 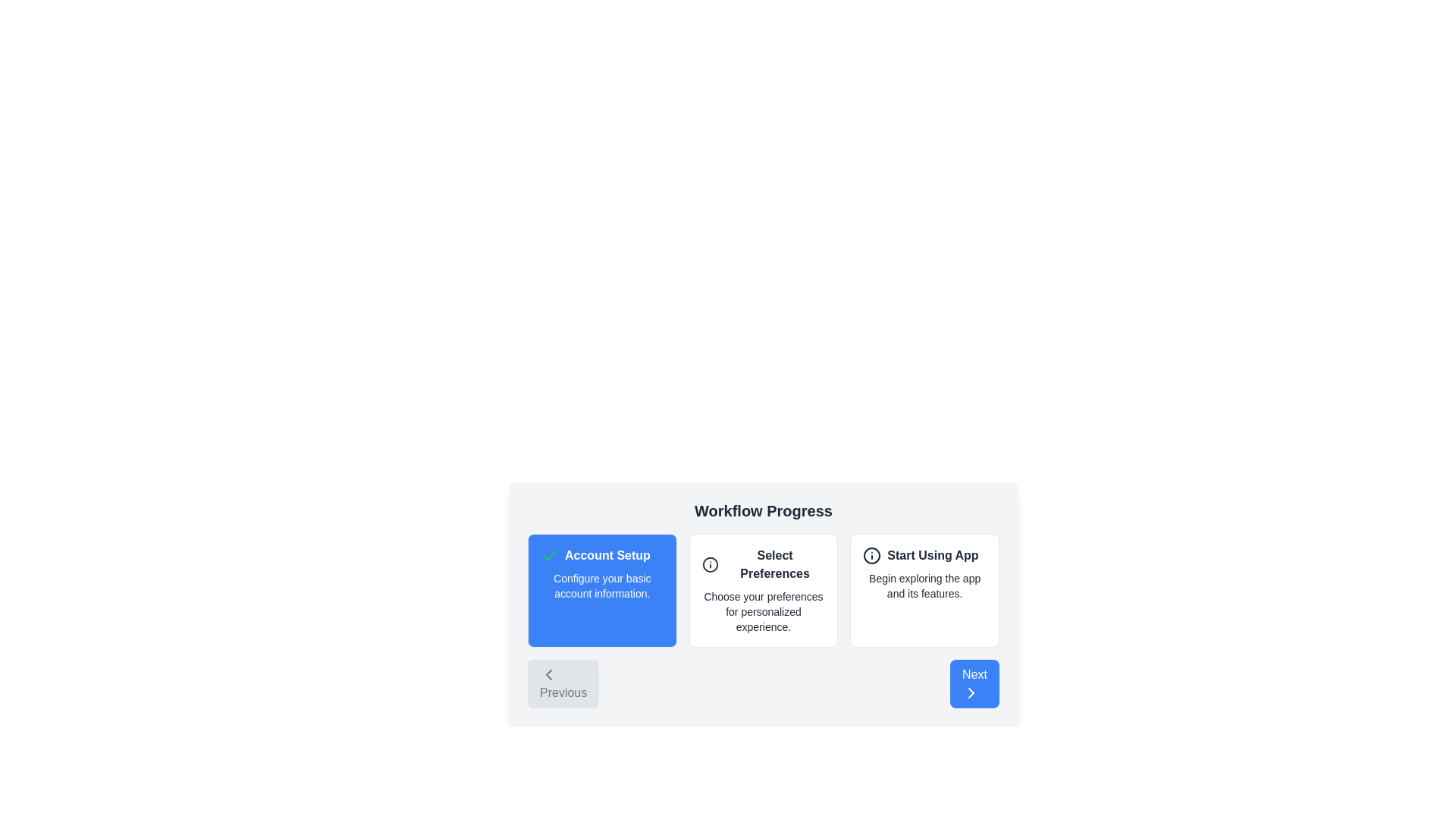 I want to click on the Checkmark icon, which is a green checkmark styled with a rounded cap and joint, positioned to the left of the 'Account Setup' text and above a blue rectangular background, so click(x=548, y=555).